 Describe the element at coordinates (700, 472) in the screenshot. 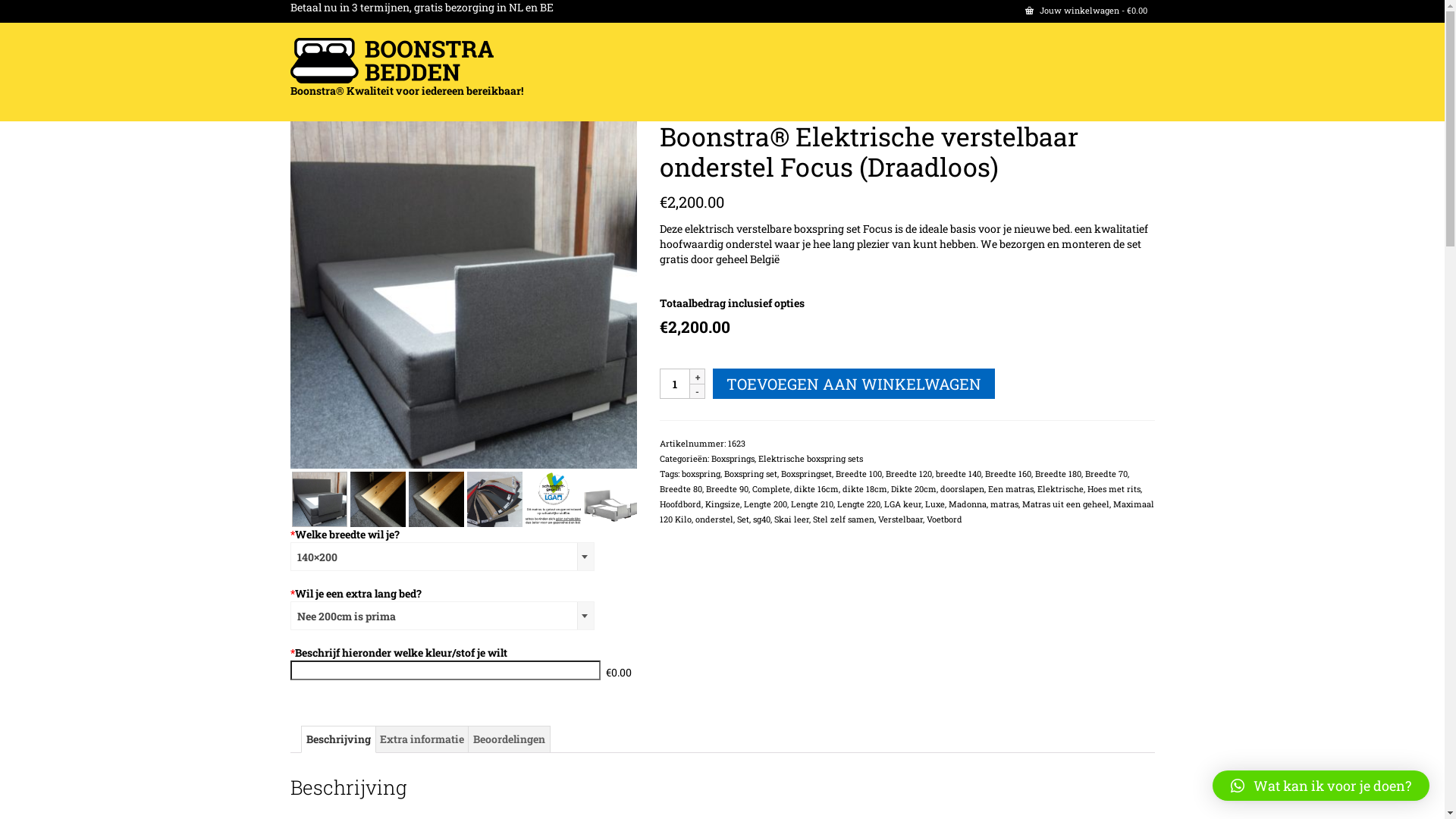

I see `'boxspring'` at that location.